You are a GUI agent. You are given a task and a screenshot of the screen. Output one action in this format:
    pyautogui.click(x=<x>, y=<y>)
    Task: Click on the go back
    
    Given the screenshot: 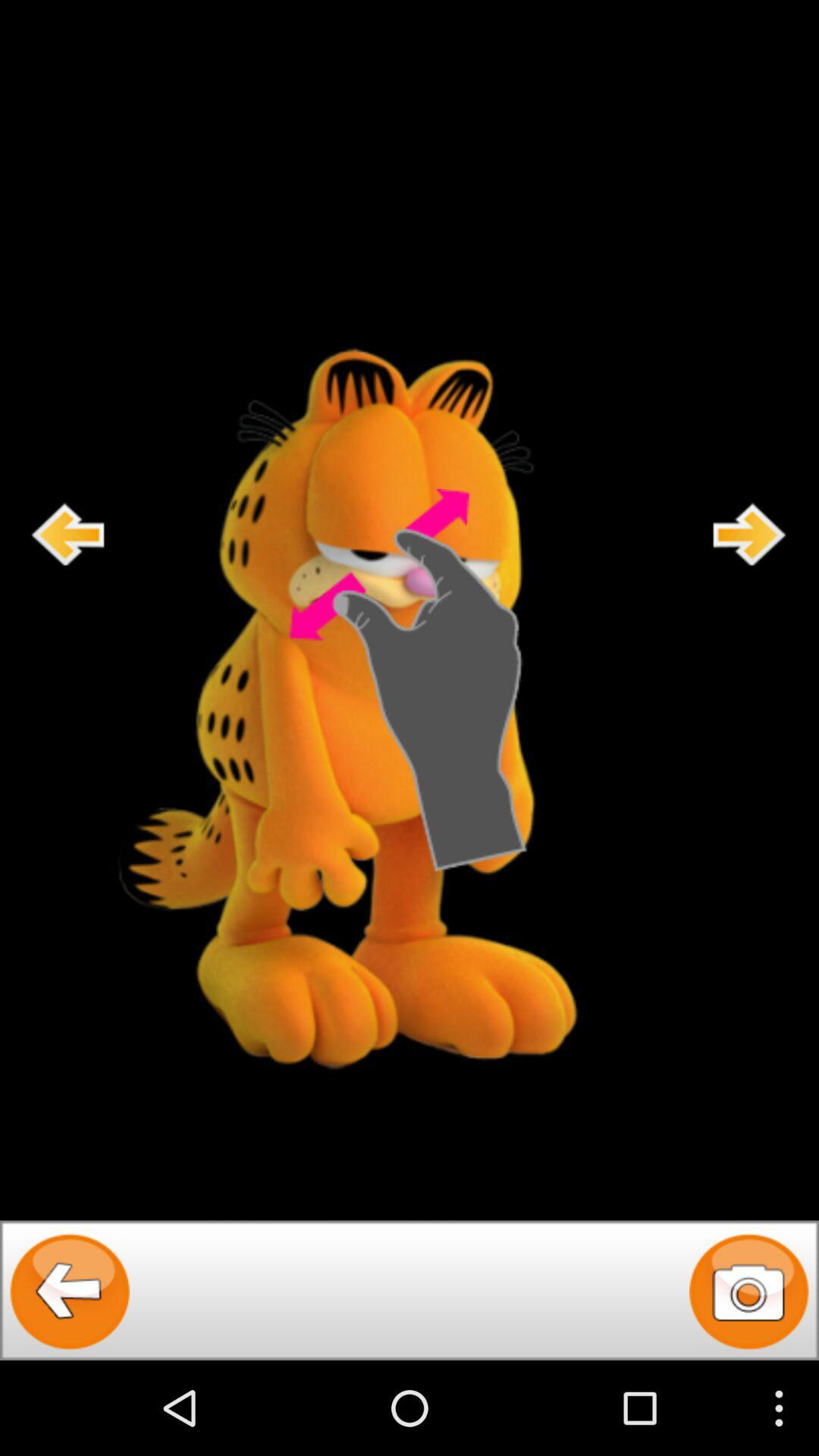 What is the action you would take?
    pyautogui.click(x=68, y=534)
    